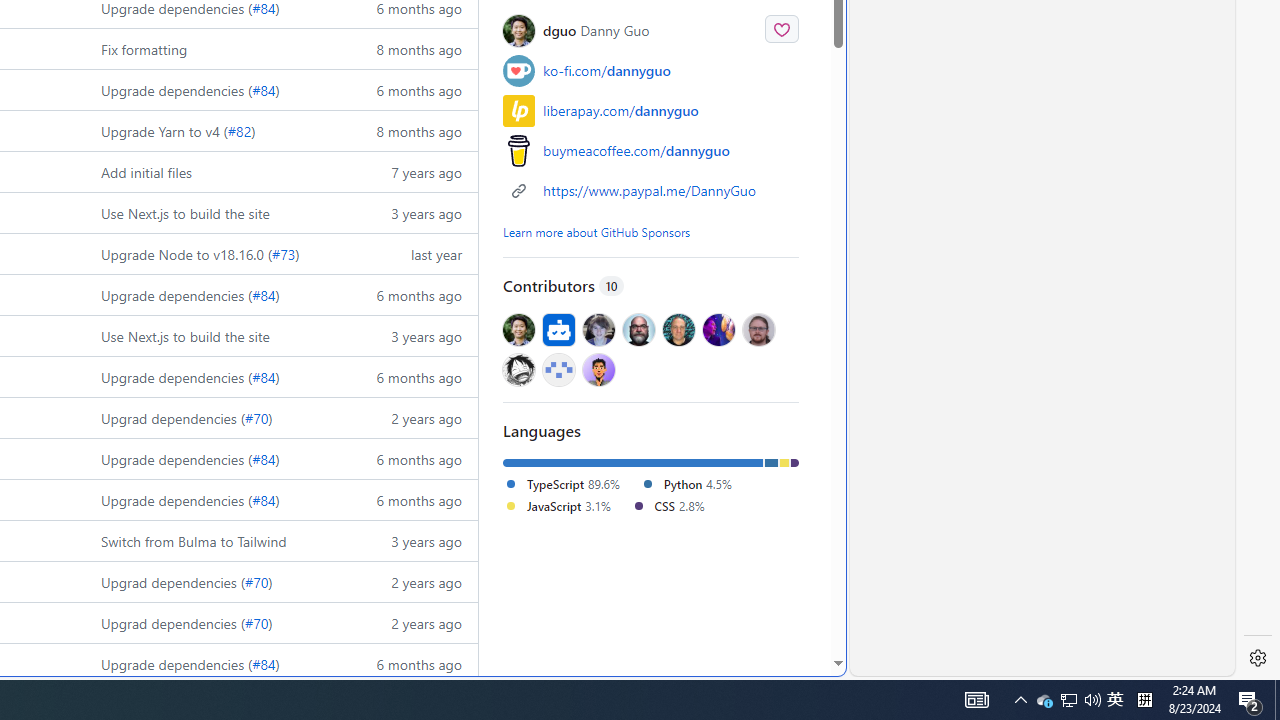 Image resolution: width=1280 pixels, height=720 pixels. Describe the element at coordinates (596, 230) in the screenshot. I see `'Learn more about GitHub Sponsors'` at that location.